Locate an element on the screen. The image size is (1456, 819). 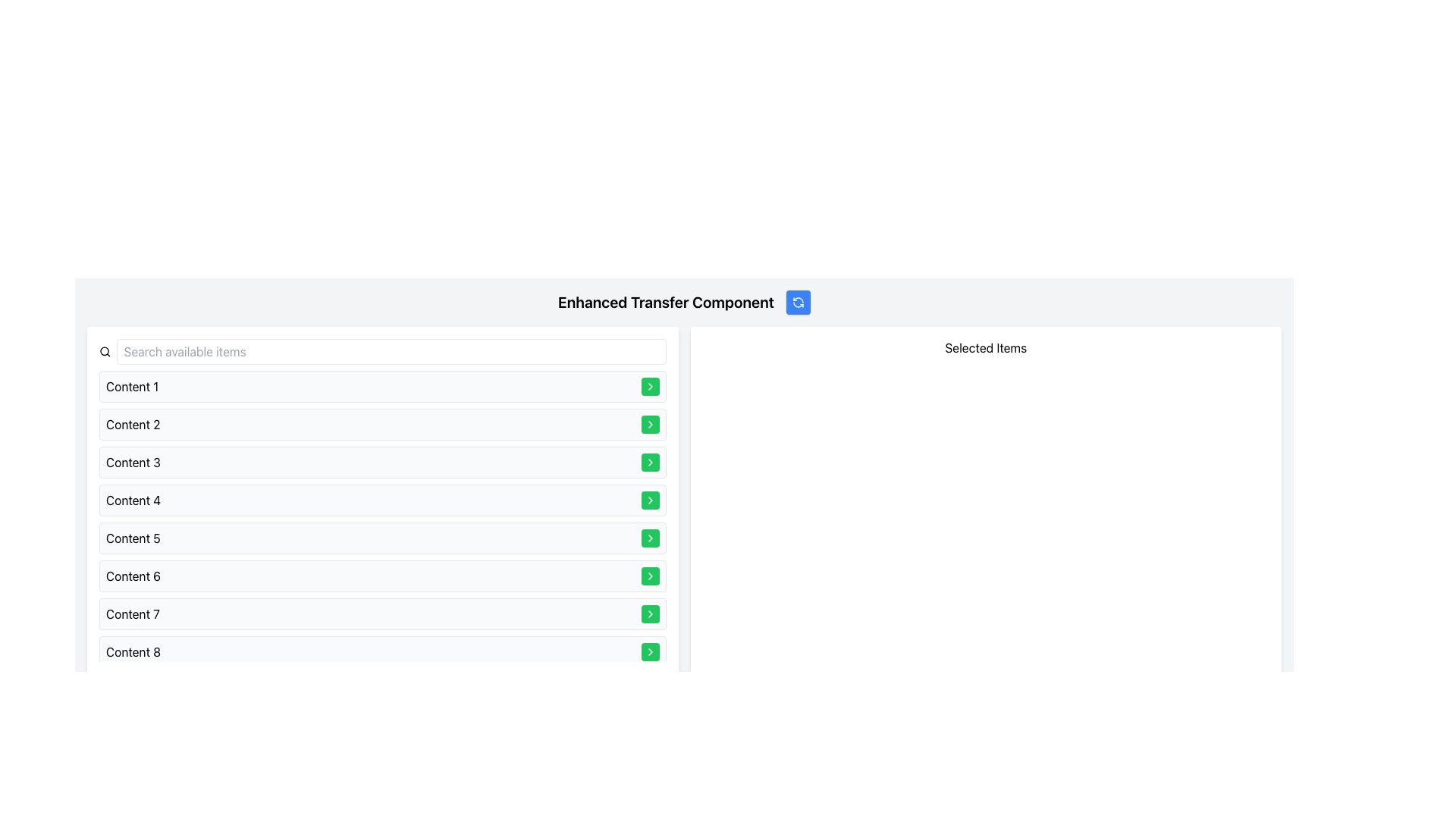
the select button in the second row of the list located in the left section of the interface is located at coordinates (650, 424).